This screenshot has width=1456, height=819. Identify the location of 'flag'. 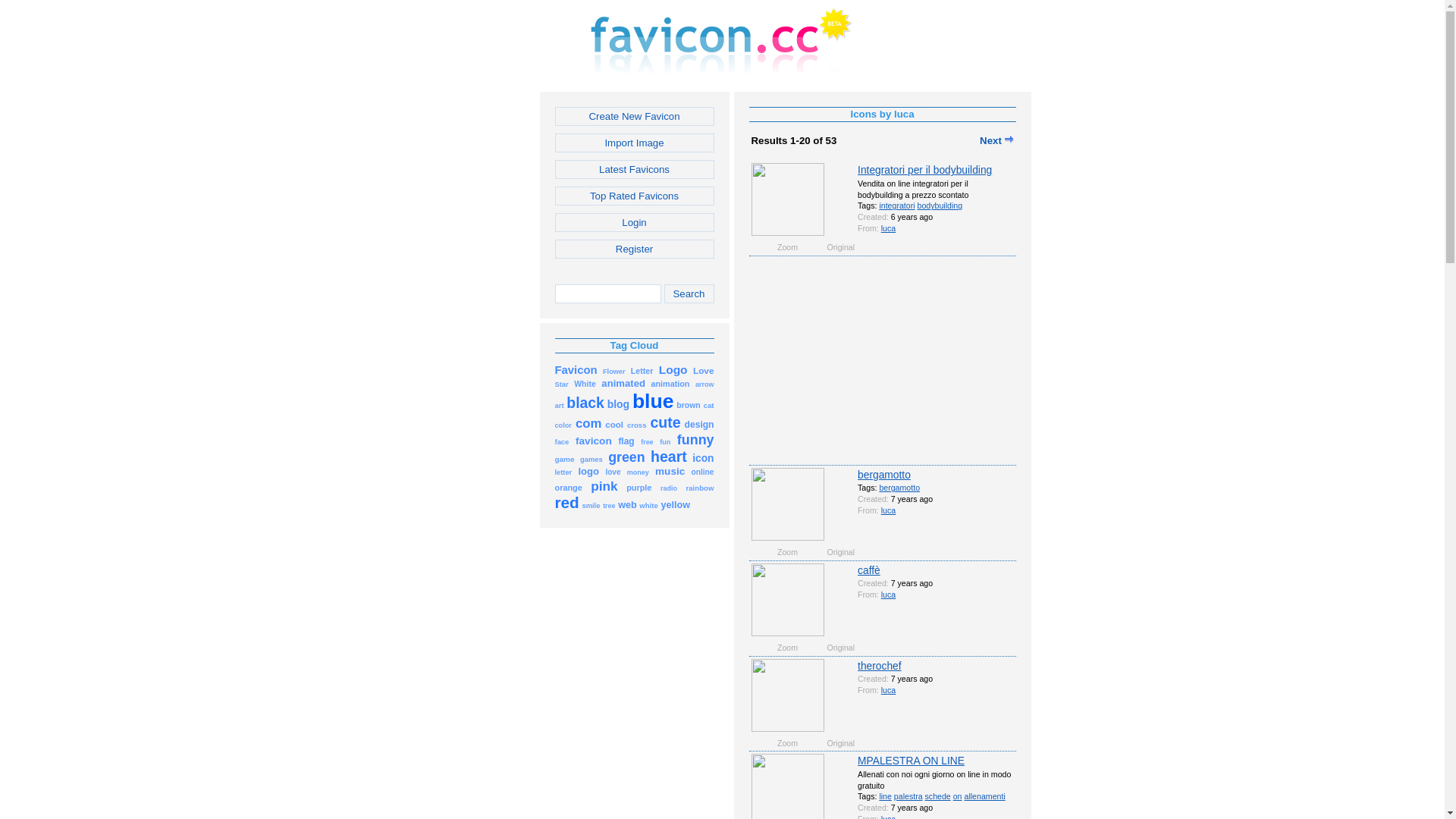
(626, 441).